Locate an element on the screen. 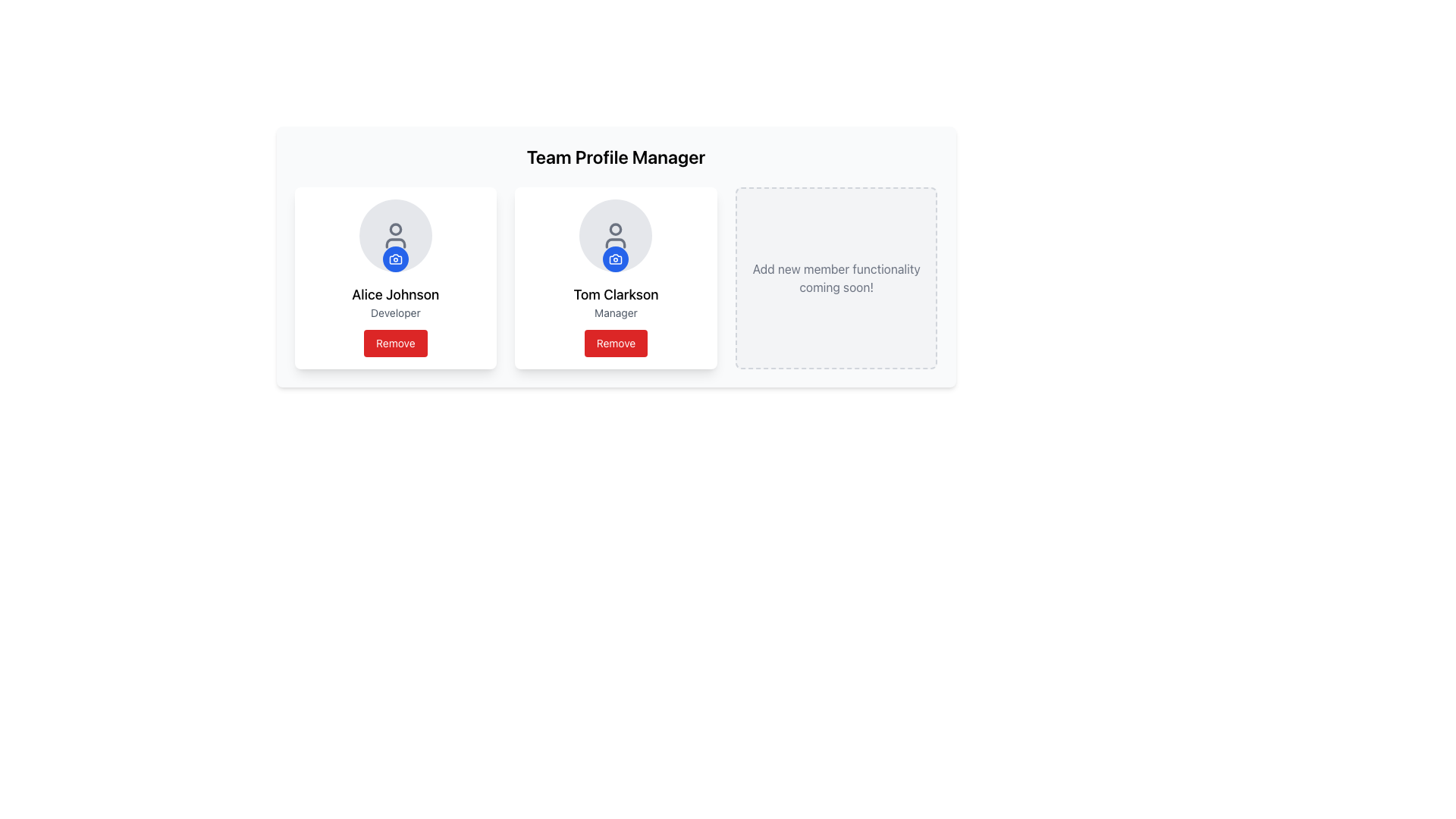 The width and height of the screenshot is (1456, 819). the profile image area of the Profile Display Card for 'Alice Johnson', which is the first card in a grid layout is located at coordinates (395, 278).